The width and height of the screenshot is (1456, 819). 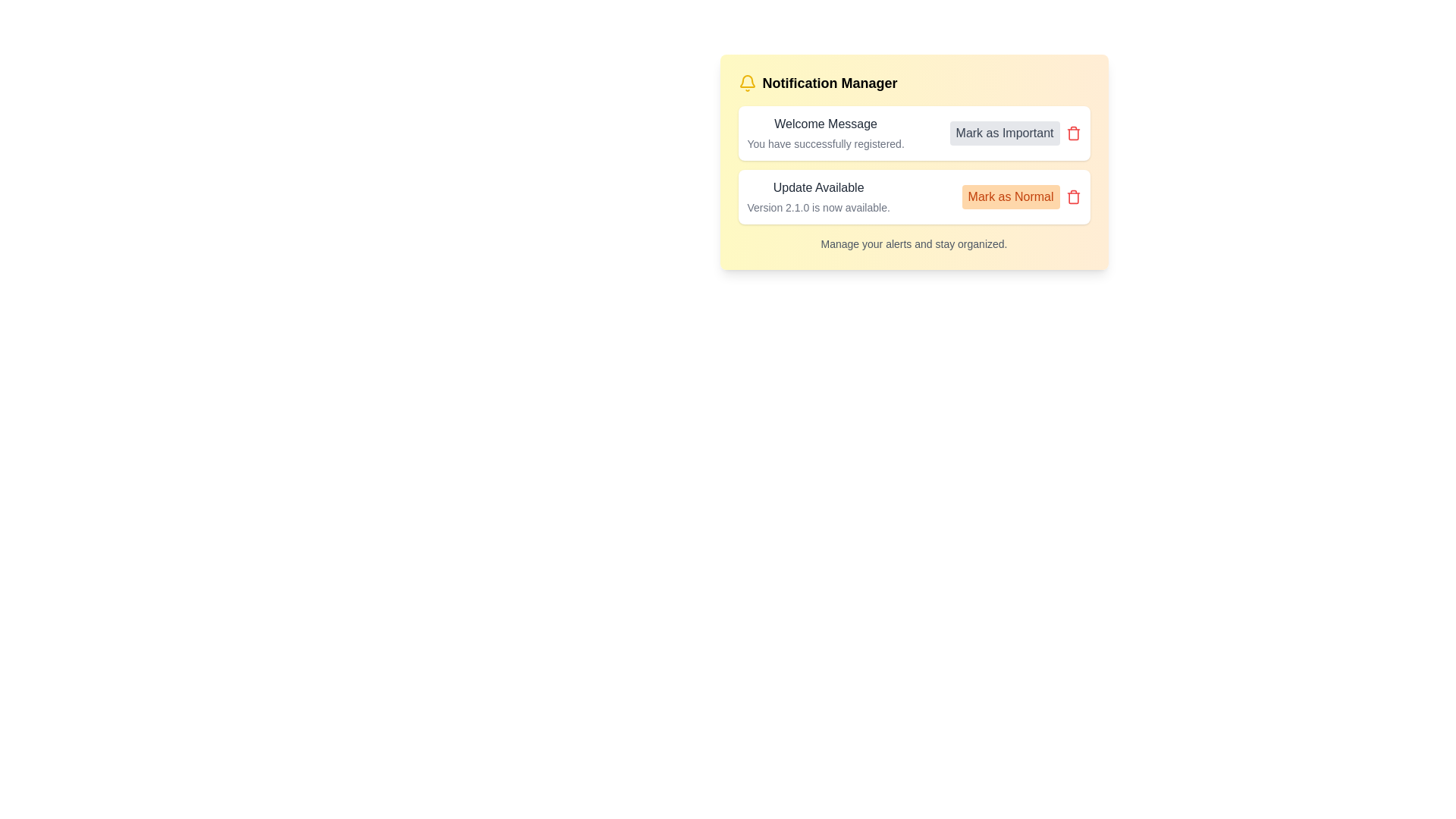 I want to click on the first notification card in the vertically stacked list, so click(x=913, y=133).